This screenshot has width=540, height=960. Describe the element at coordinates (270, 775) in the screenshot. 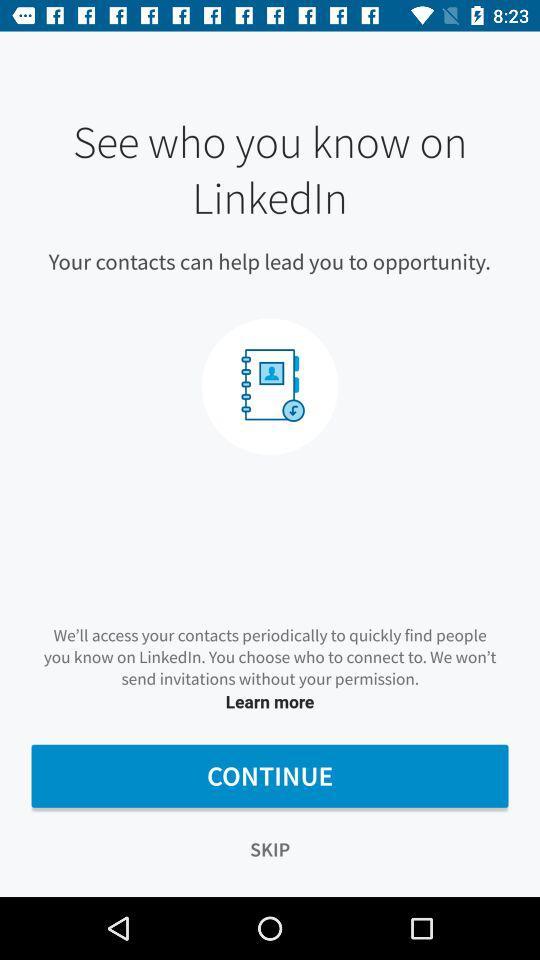

I see `the icon below learn more item` at that location.